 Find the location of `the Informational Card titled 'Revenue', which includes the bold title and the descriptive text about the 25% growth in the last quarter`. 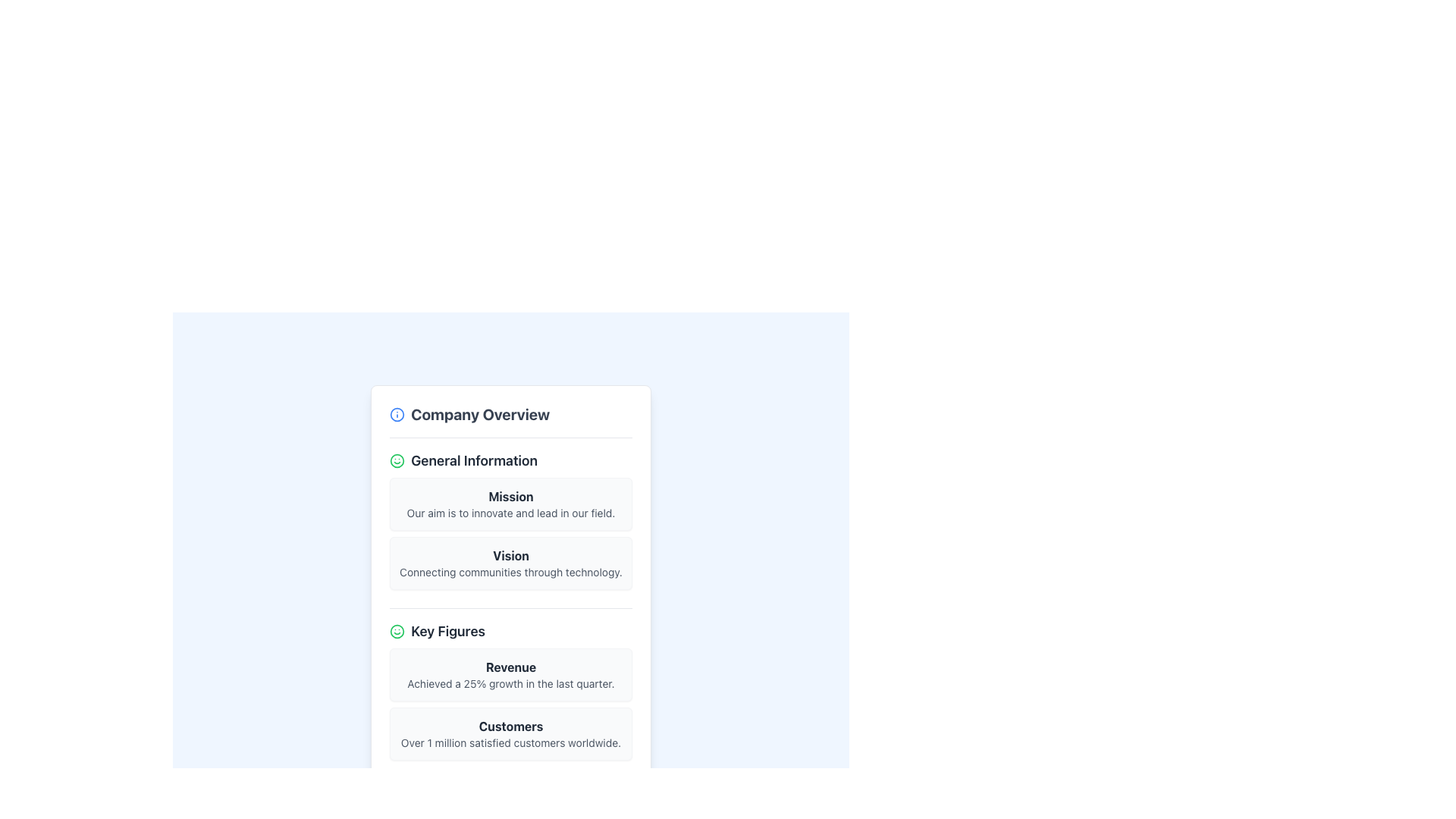

the Informational Card titled 'Revenue', which includes the bold title and the descriptive text about the 25% growth in the last quarter is located at coordinates (510, 674).